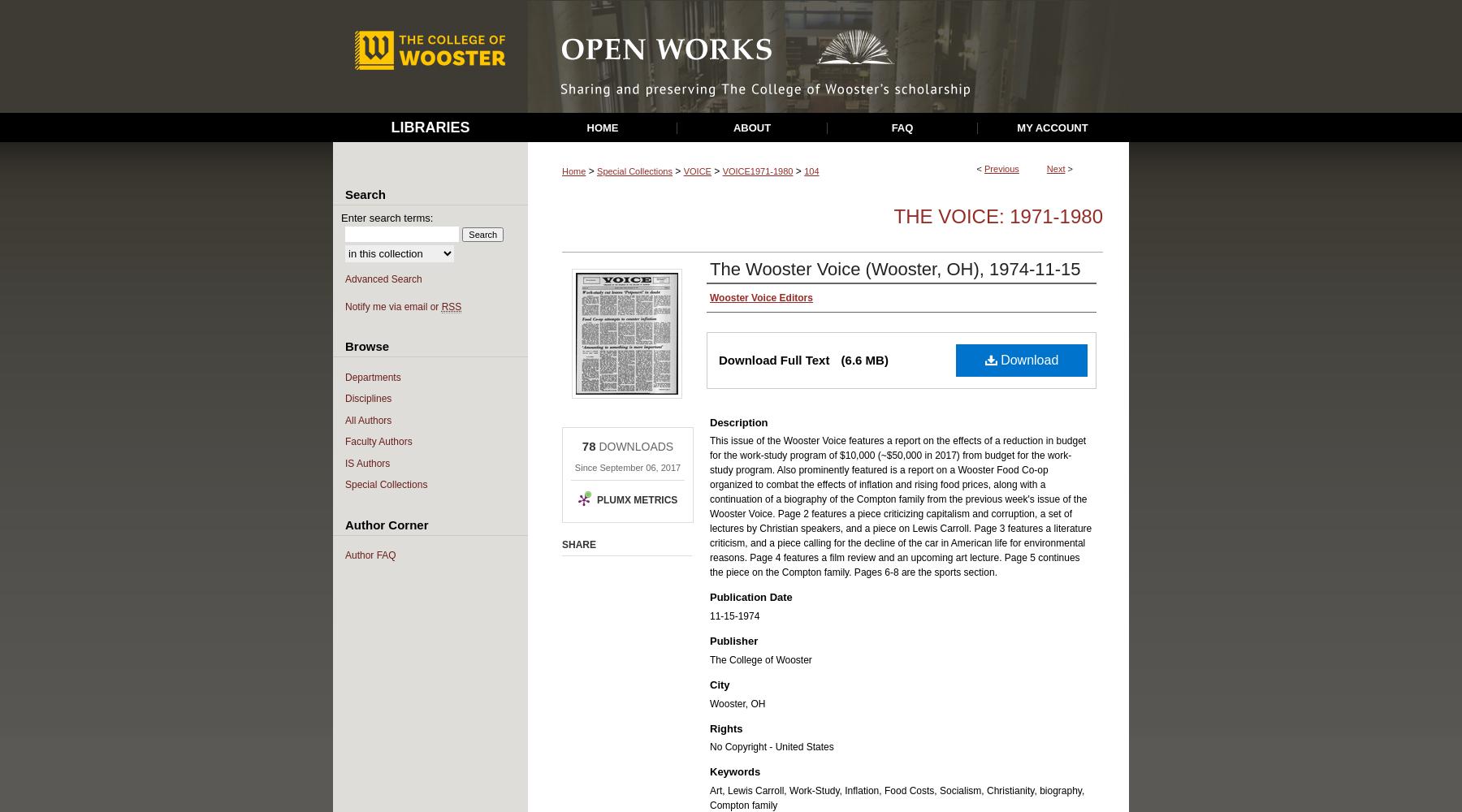 The height and width of the screenshot is (812, 1462). I want to click on 'Home', so click(573, 171).